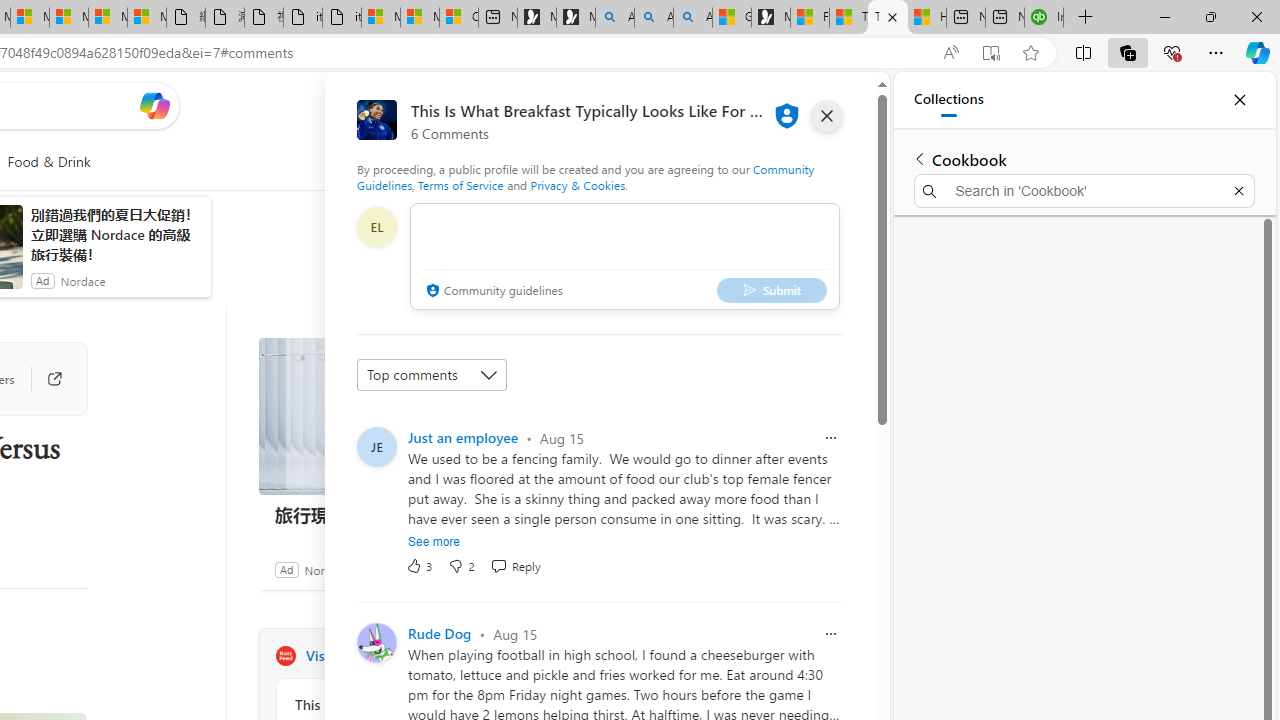  I want to click on 'Report comment', so click(831, 633).